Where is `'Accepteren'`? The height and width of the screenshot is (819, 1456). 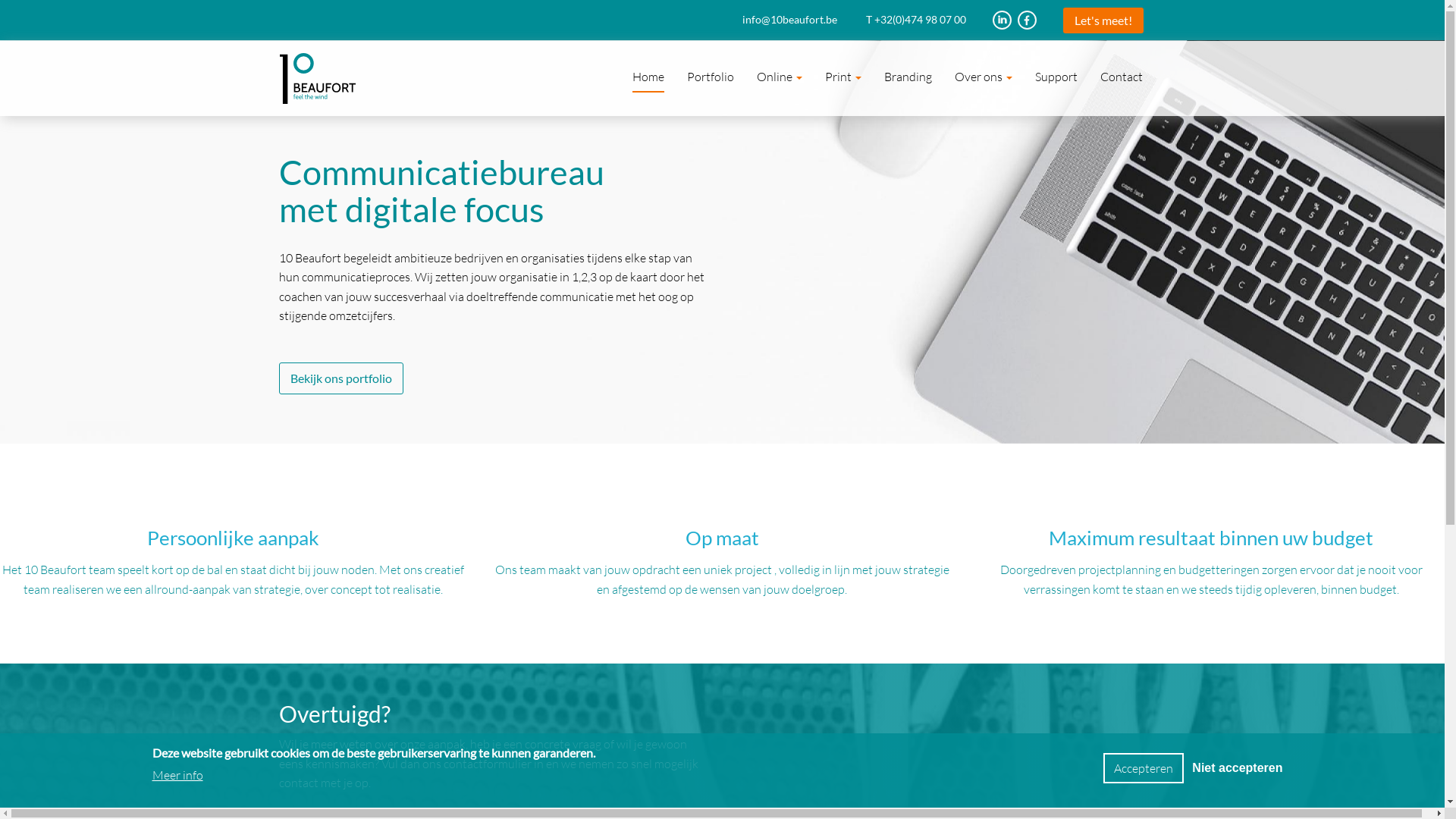 'Accepteren' is located at coordinates (1143, 768).